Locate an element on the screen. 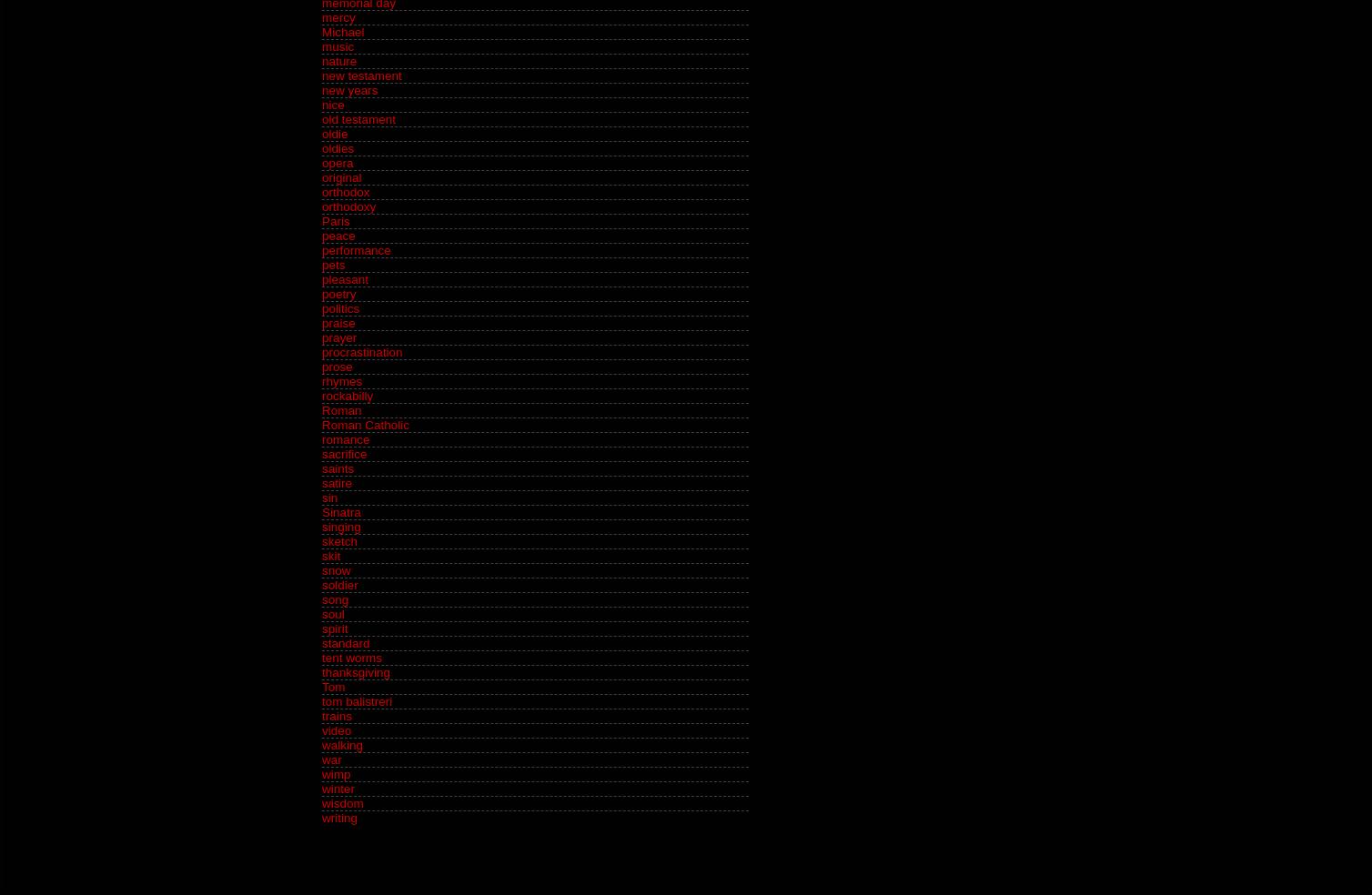 This screenshot has height=895, width=1372. 'Roman Catholic' is located at coordinates (366, 425).